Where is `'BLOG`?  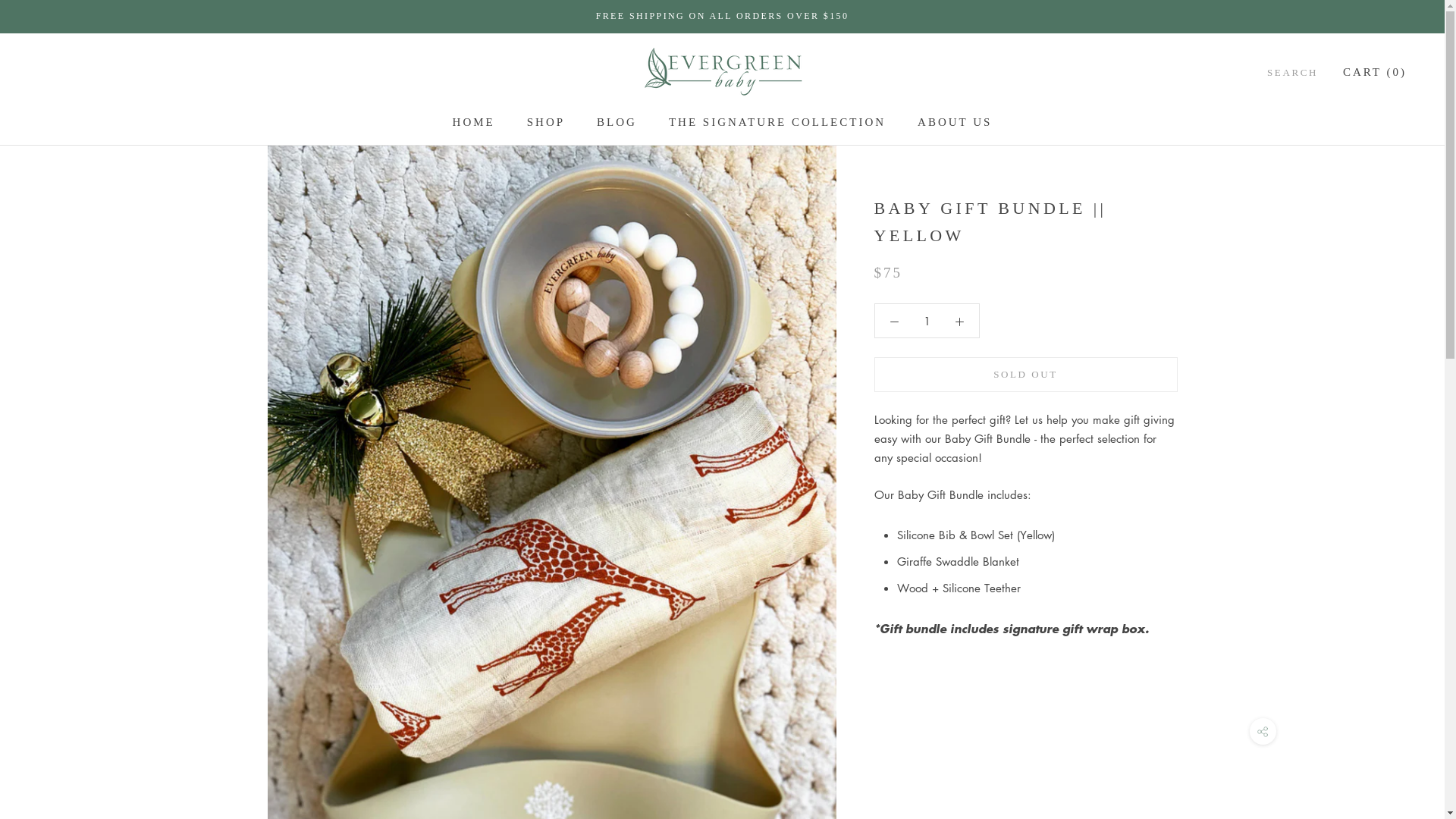
'BLOG is located at coordinates (617, 121).